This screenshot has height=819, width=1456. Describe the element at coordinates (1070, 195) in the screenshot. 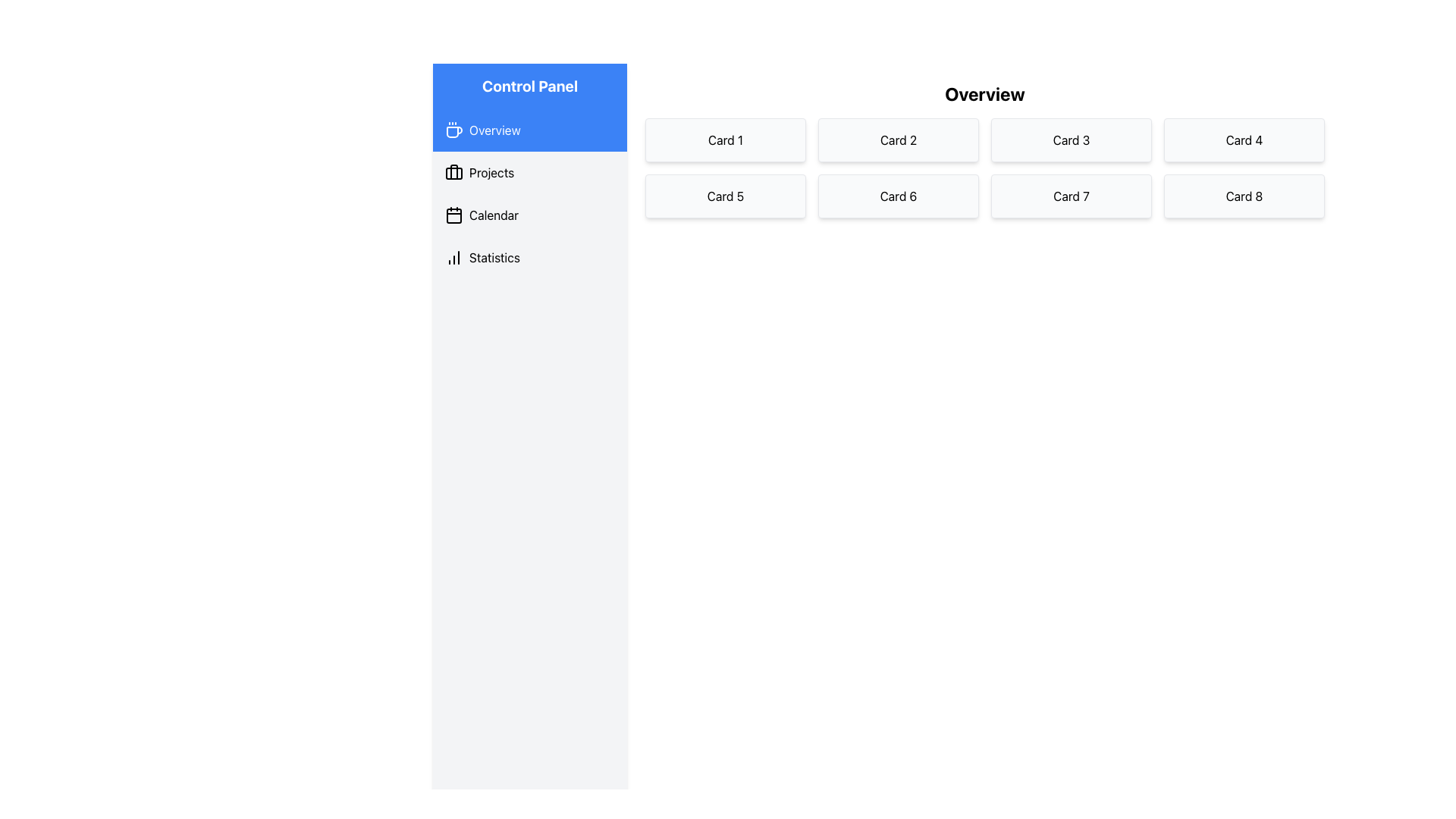

I see `the text label identifying the seventh card in the grid layout under the 'Overview' heading` at that location.